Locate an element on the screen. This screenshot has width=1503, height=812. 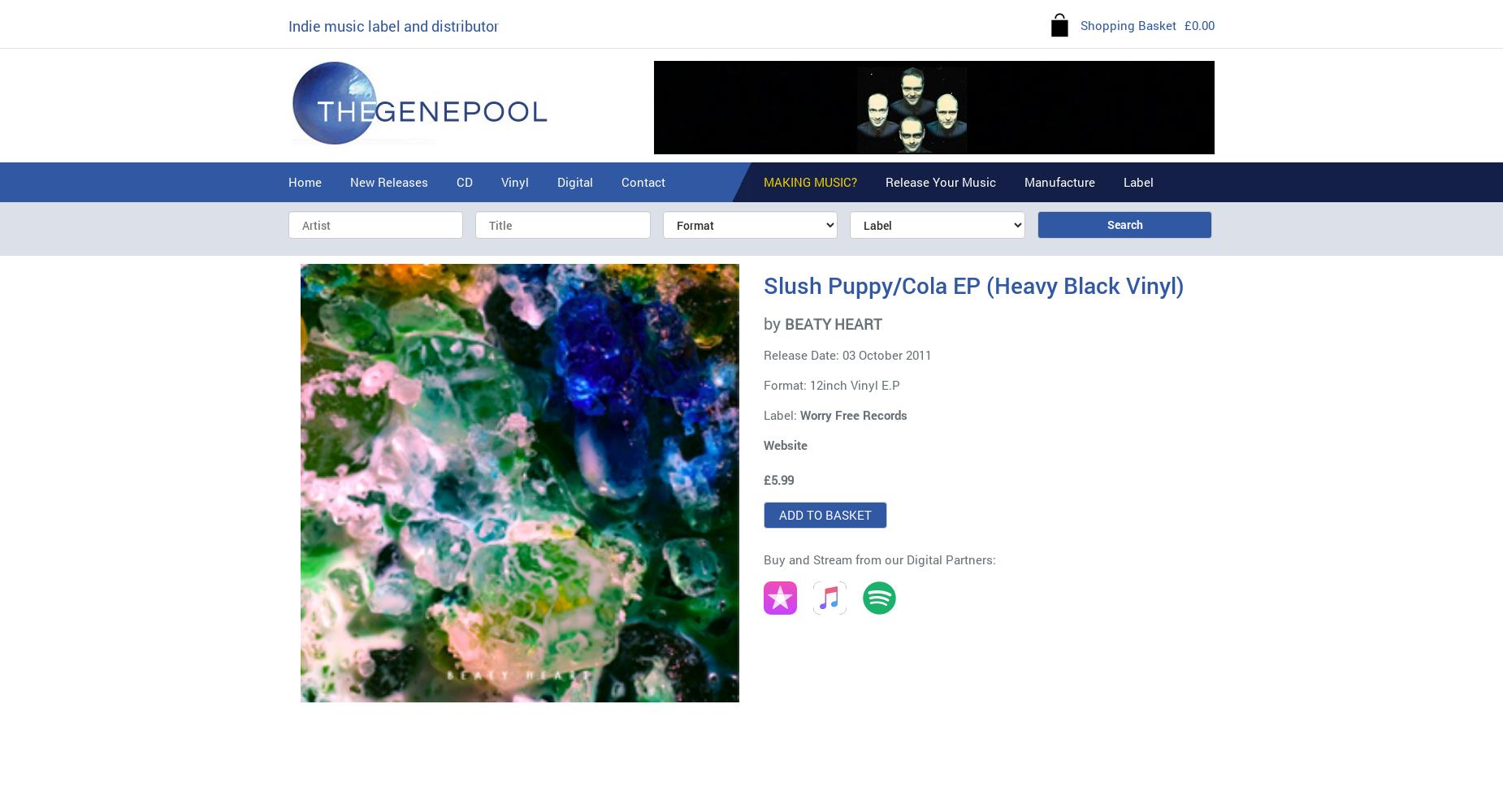
'Buy and Stream from our Digital Partners:' is located at coordinates (762, 559).